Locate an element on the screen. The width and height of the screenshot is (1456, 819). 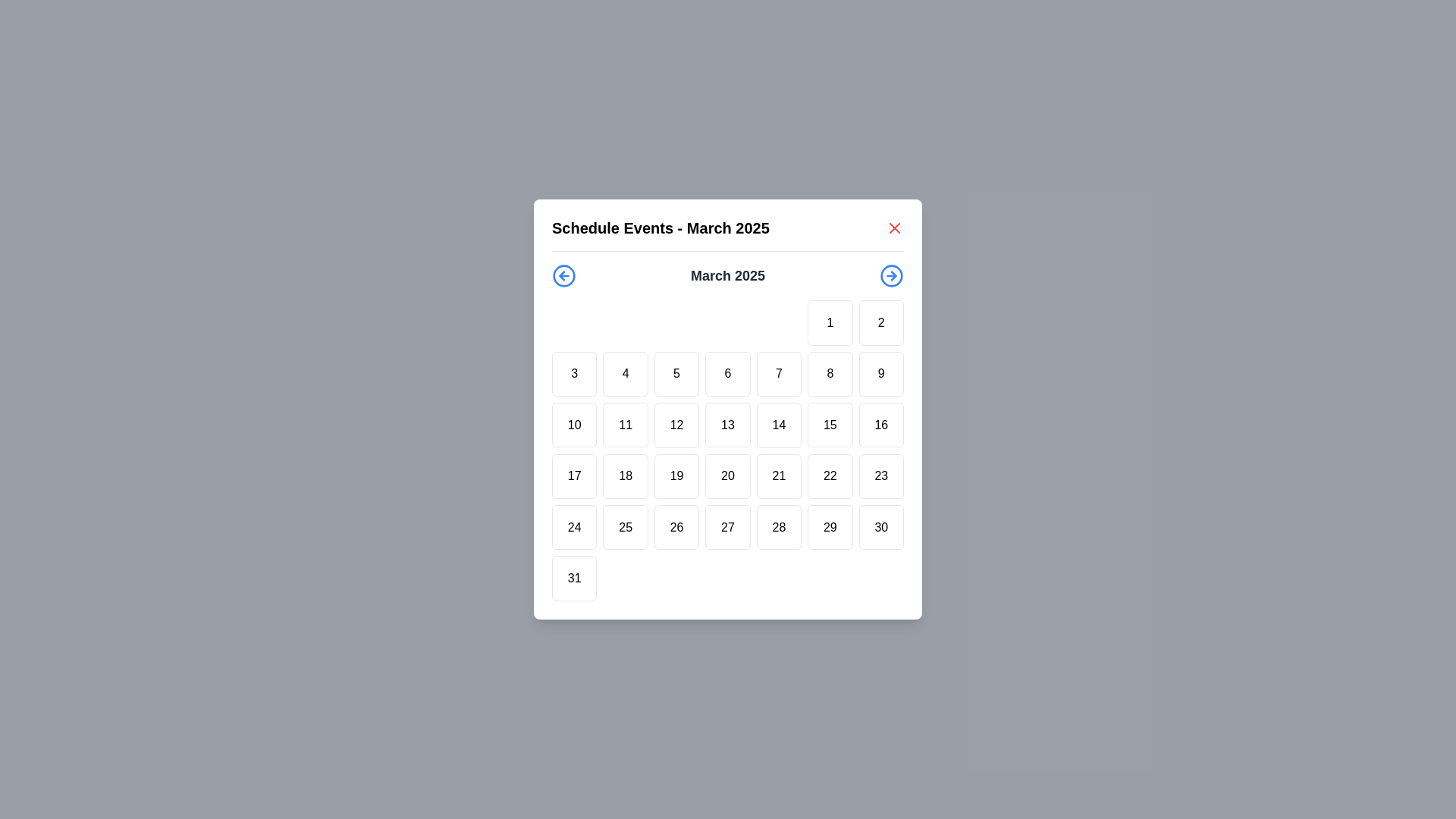
the 12th day button in the calendar view is located at coordinates (676, 425).